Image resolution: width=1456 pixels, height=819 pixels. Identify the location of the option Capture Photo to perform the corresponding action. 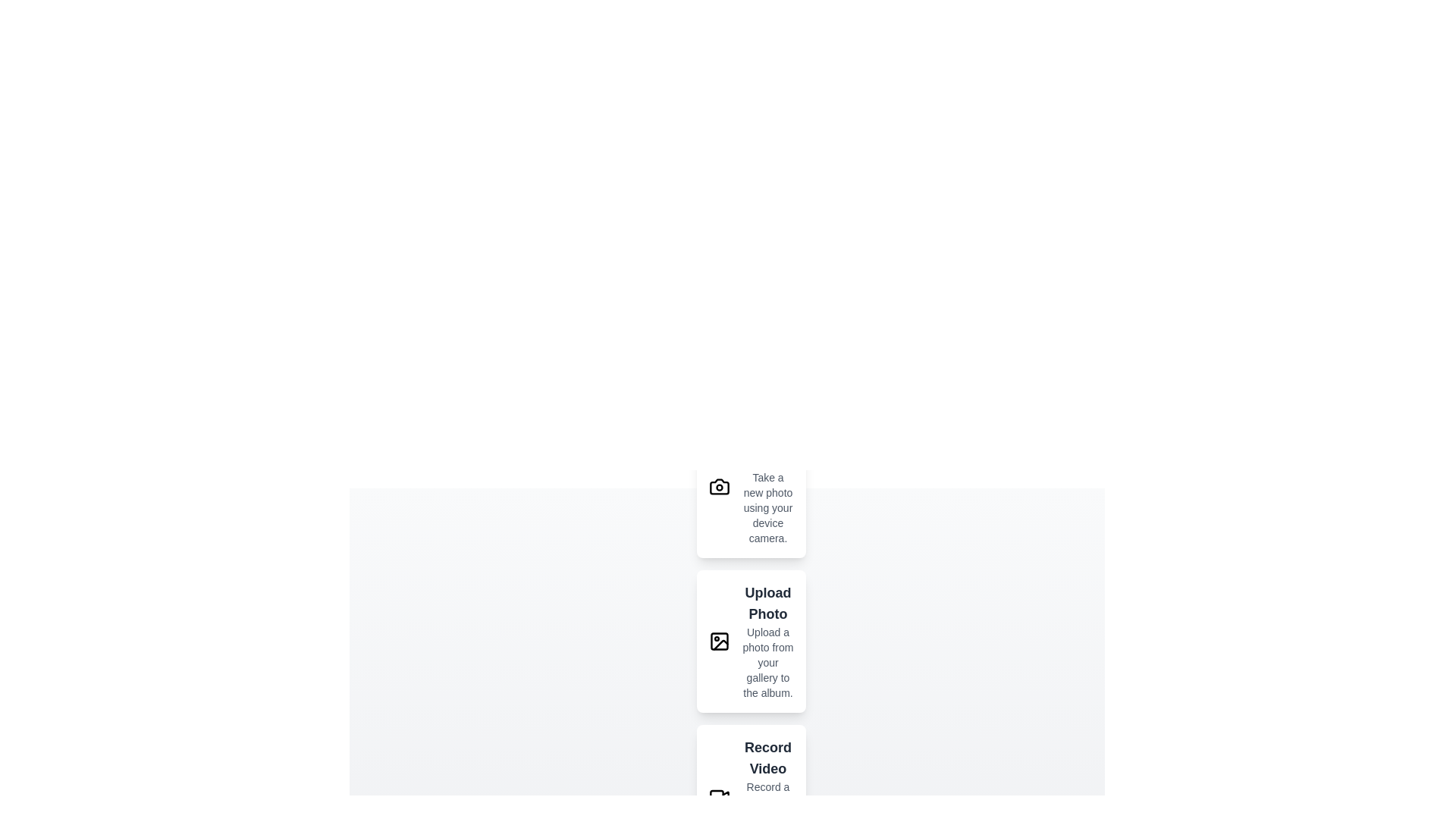
(719, 486).